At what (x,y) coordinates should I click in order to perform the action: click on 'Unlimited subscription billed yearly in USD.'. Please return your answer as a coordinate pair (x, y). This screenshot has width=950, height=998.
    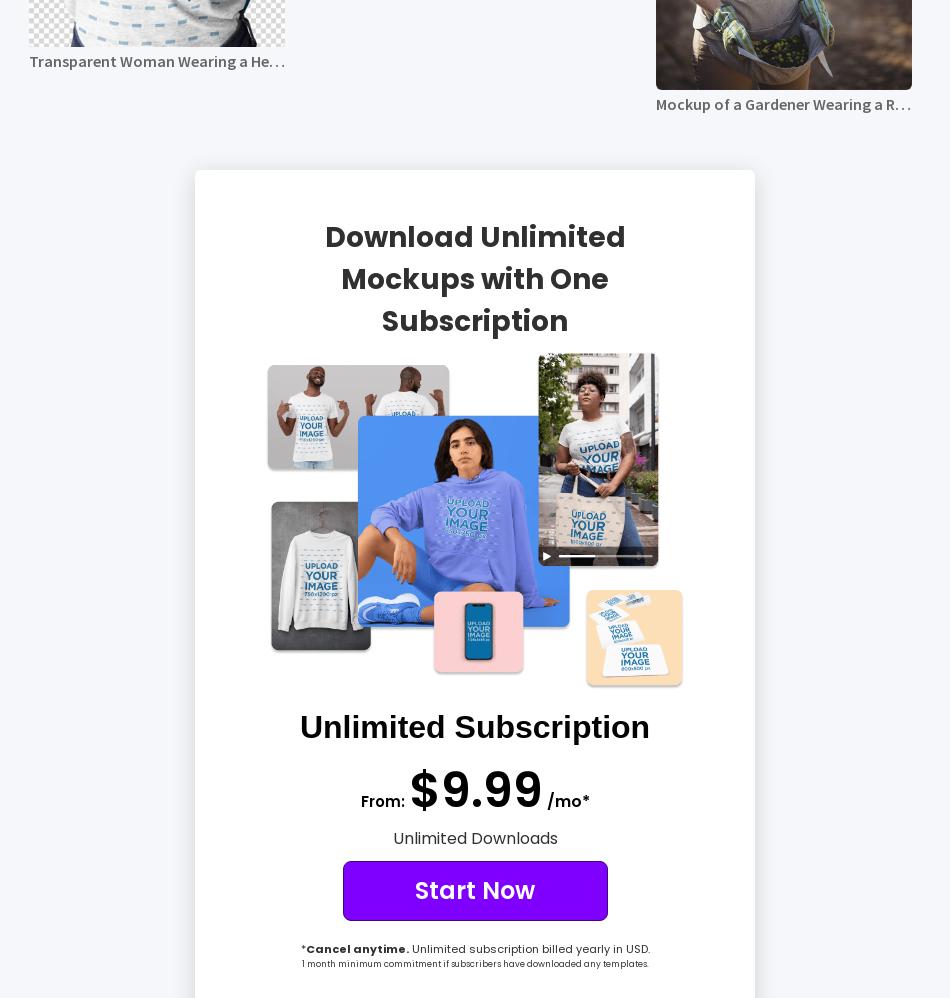
    Looking at the image, I should click on (528, 948).